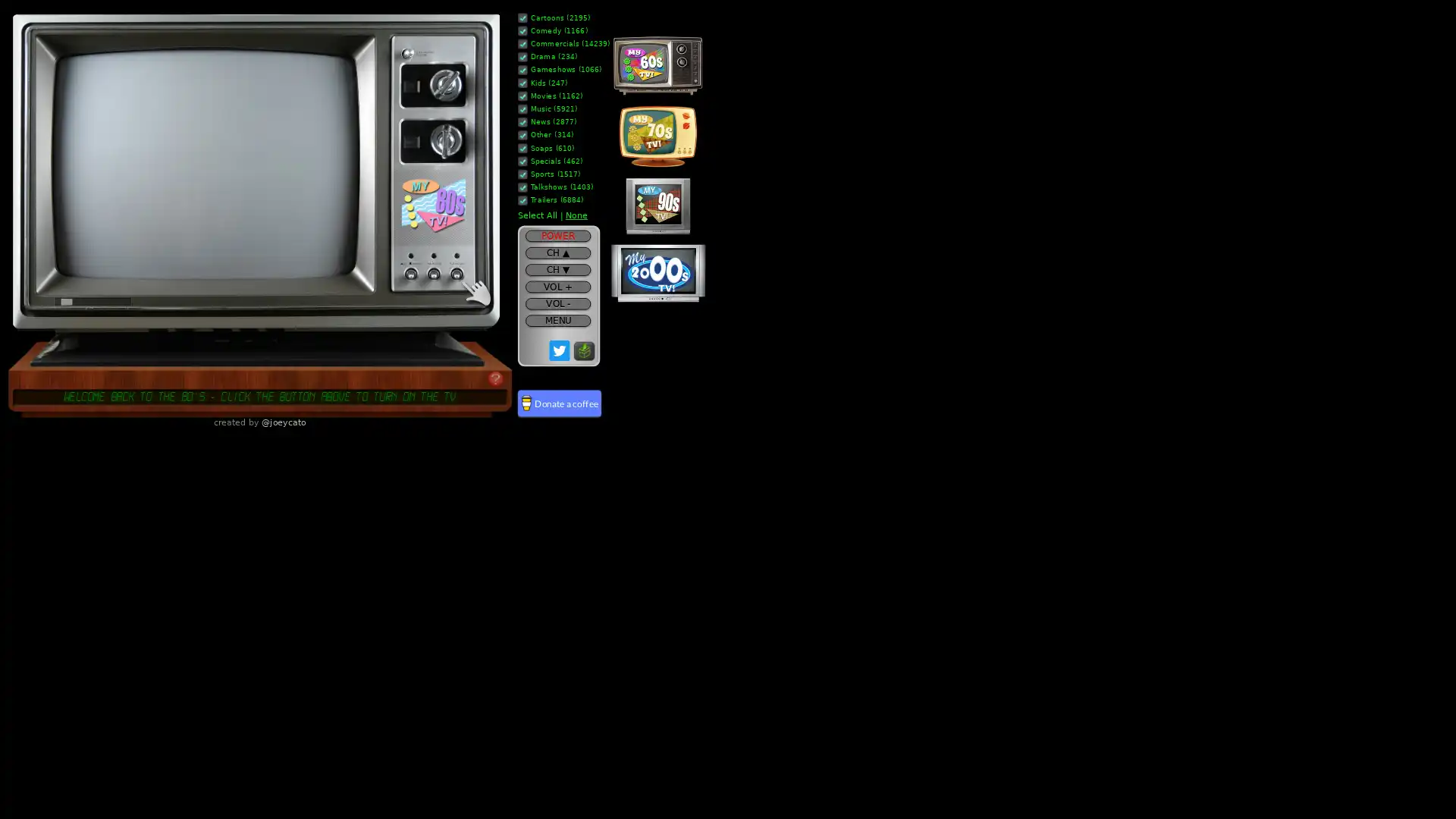 The width and height of the screenshot is (1456, 819). I want to click on VOL -, so click(557, 303).